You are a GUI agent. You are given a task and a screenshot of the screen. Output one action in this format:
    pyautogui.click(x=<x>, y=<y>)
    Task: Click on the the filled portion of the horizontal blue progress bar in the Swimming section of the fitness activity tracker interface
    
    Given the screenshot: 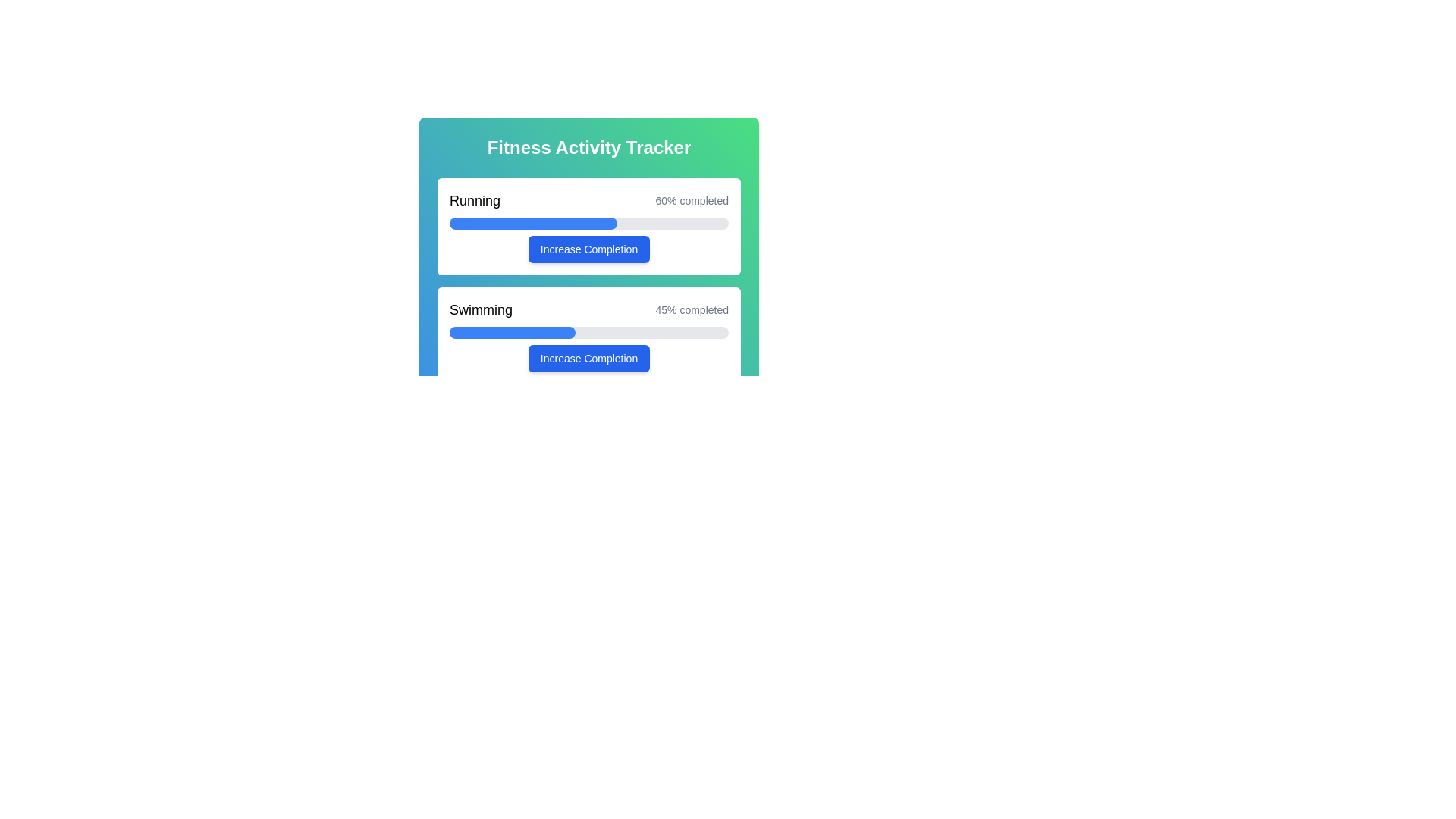 What is the action you would take?
    pyautogui.click(x=512, y=332)
    